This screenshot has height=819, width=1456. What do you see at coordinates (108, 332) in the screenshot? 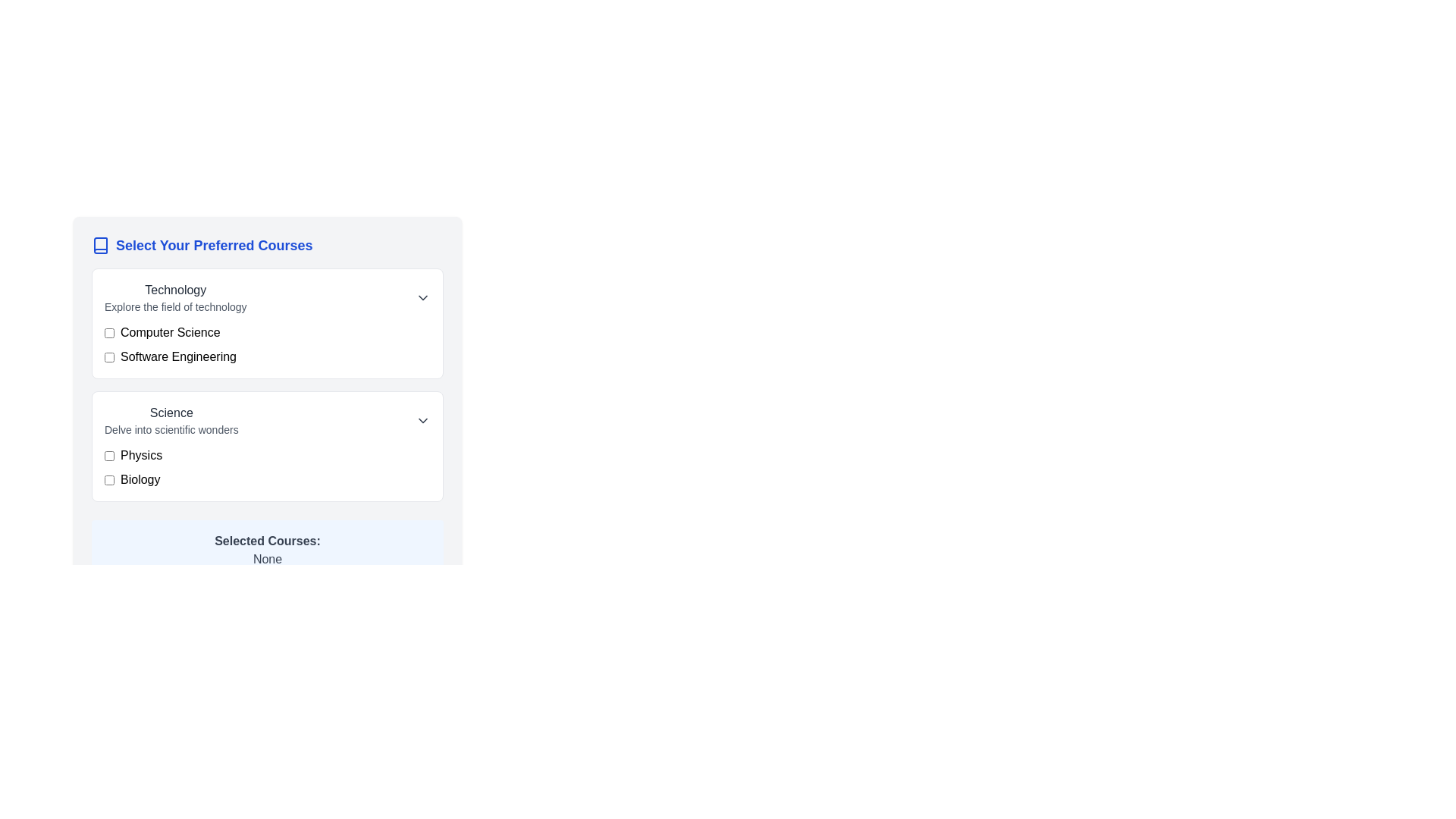
I see `the checkbox located to the left of the 'Computer Science' label in the 'Select Your Preferred Courses' section to trigger hover effects` at bounding box center [108, 332].